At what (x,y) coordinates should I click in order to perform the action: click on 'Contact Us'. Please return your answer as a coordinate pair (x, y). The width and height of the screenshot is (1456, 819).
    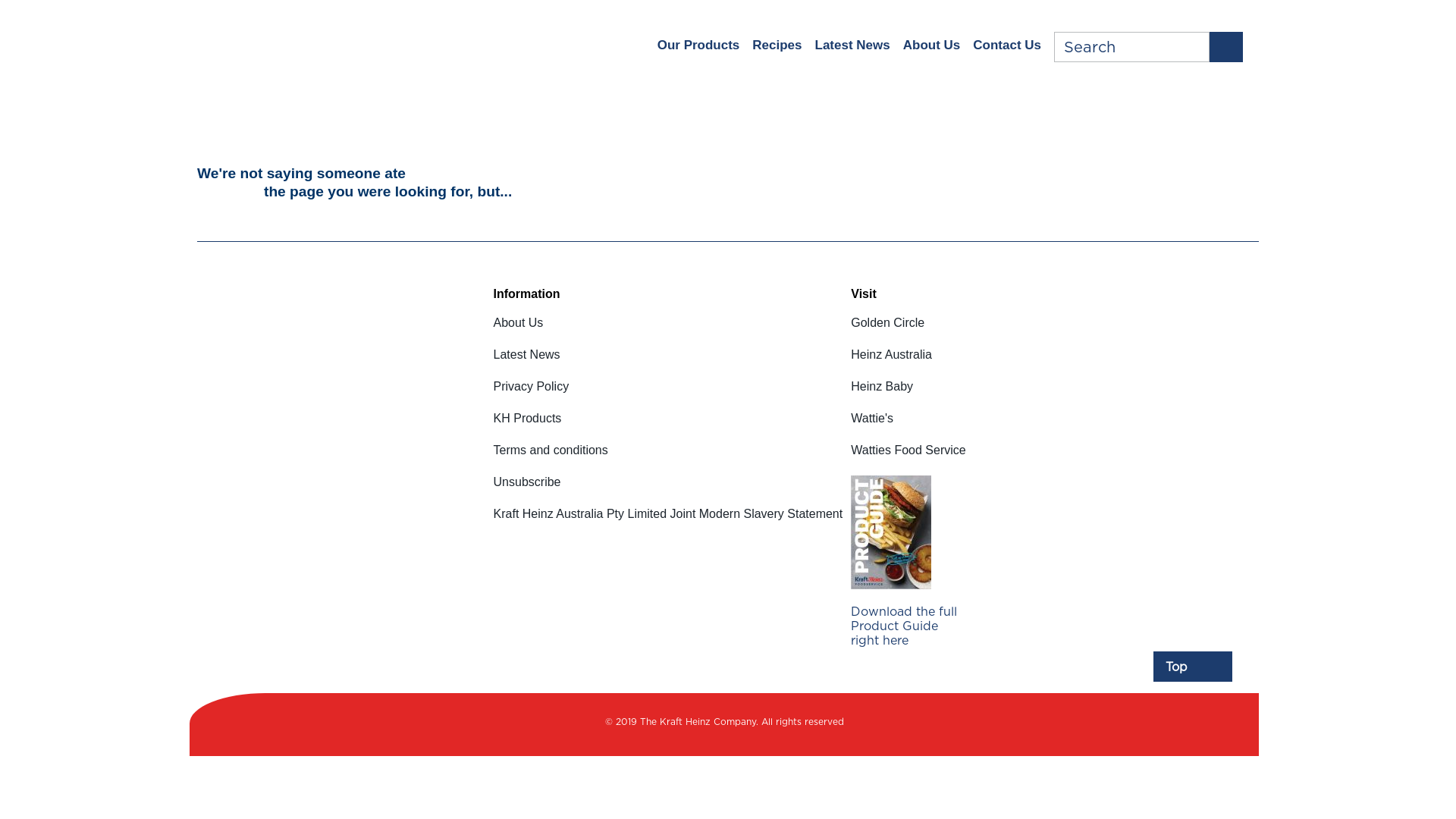
    Looking at the image, I should click on (1007, 45).